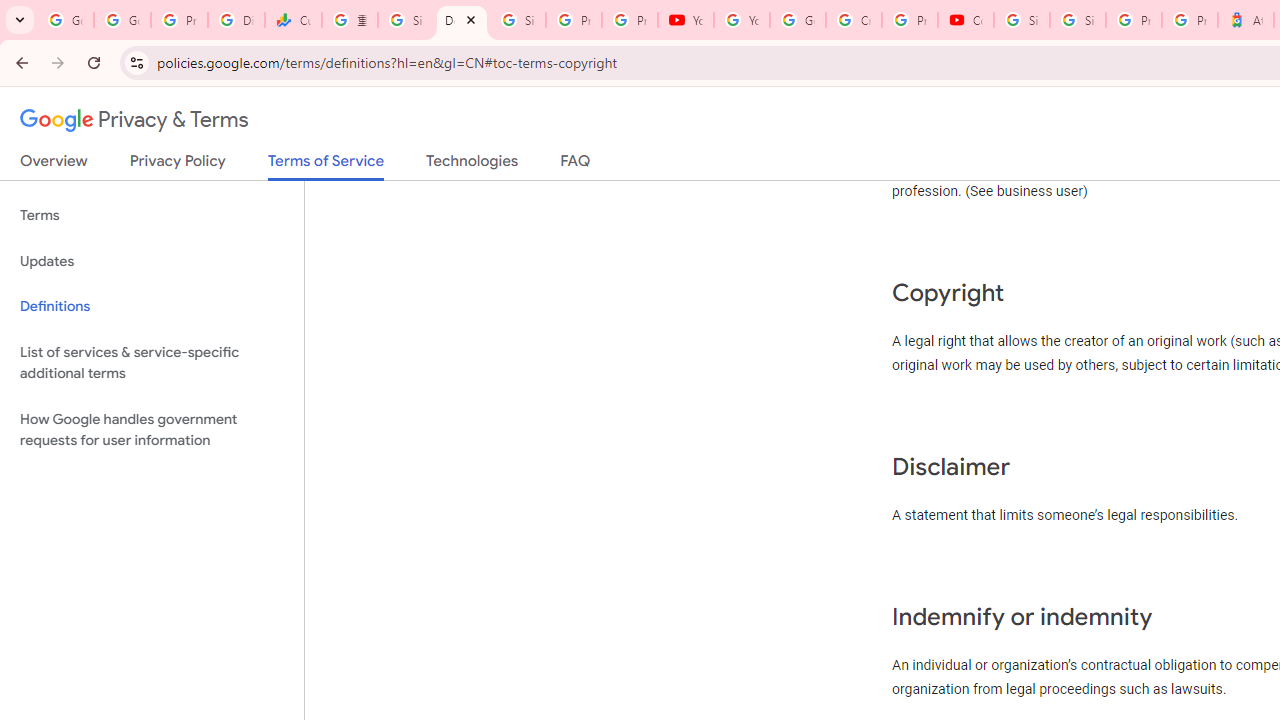 The height and width of the screenshot is (720, 1280). Describe the element at coordinates (741, 20) in the screenshot. I see `'YouTube'` at that location.